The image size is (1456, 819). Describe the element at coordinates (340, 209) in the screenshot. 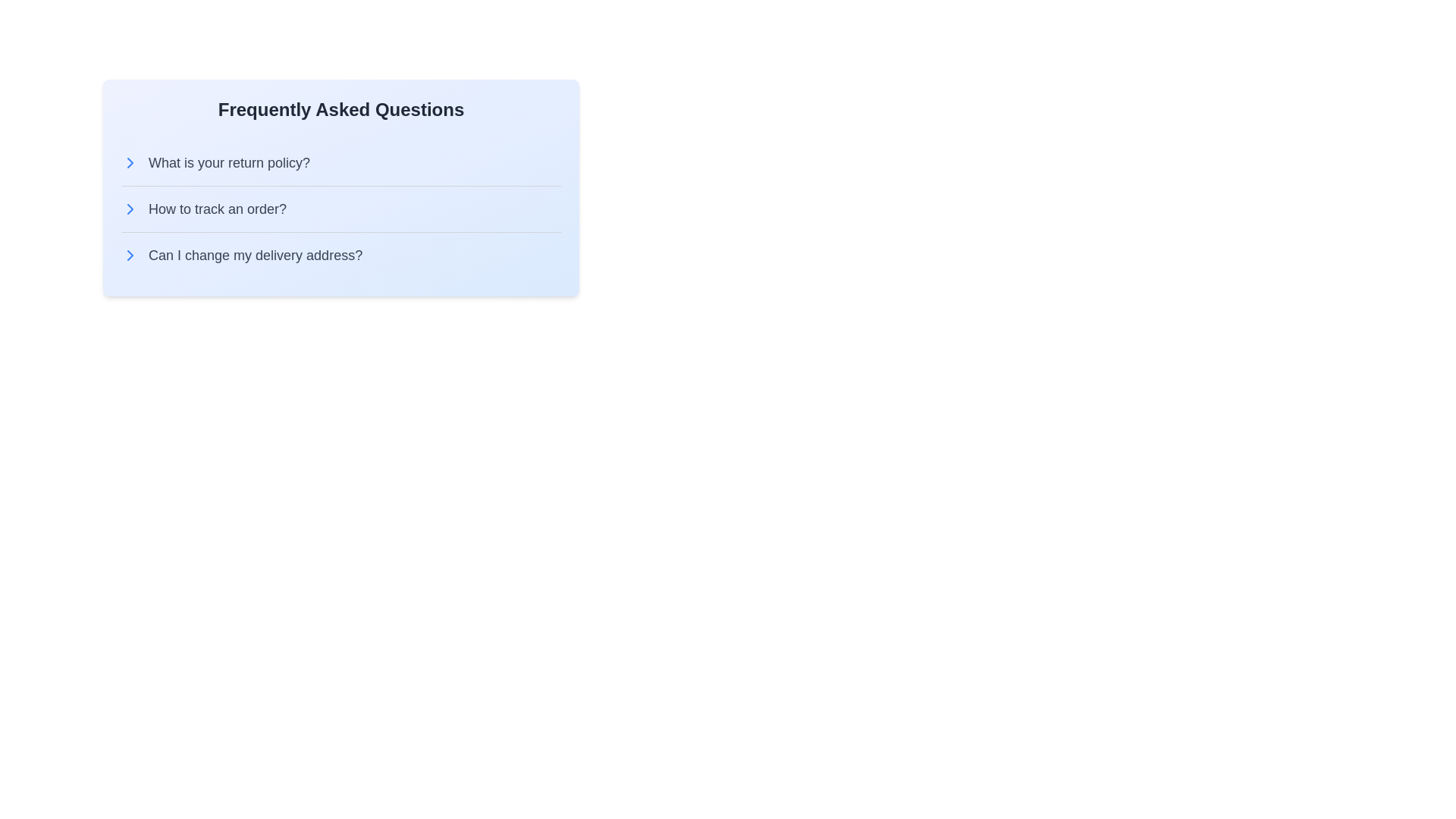

I see `the FAQ button located between 'What is your return policy?' and 'Can I change my delivery address?'` at that location.